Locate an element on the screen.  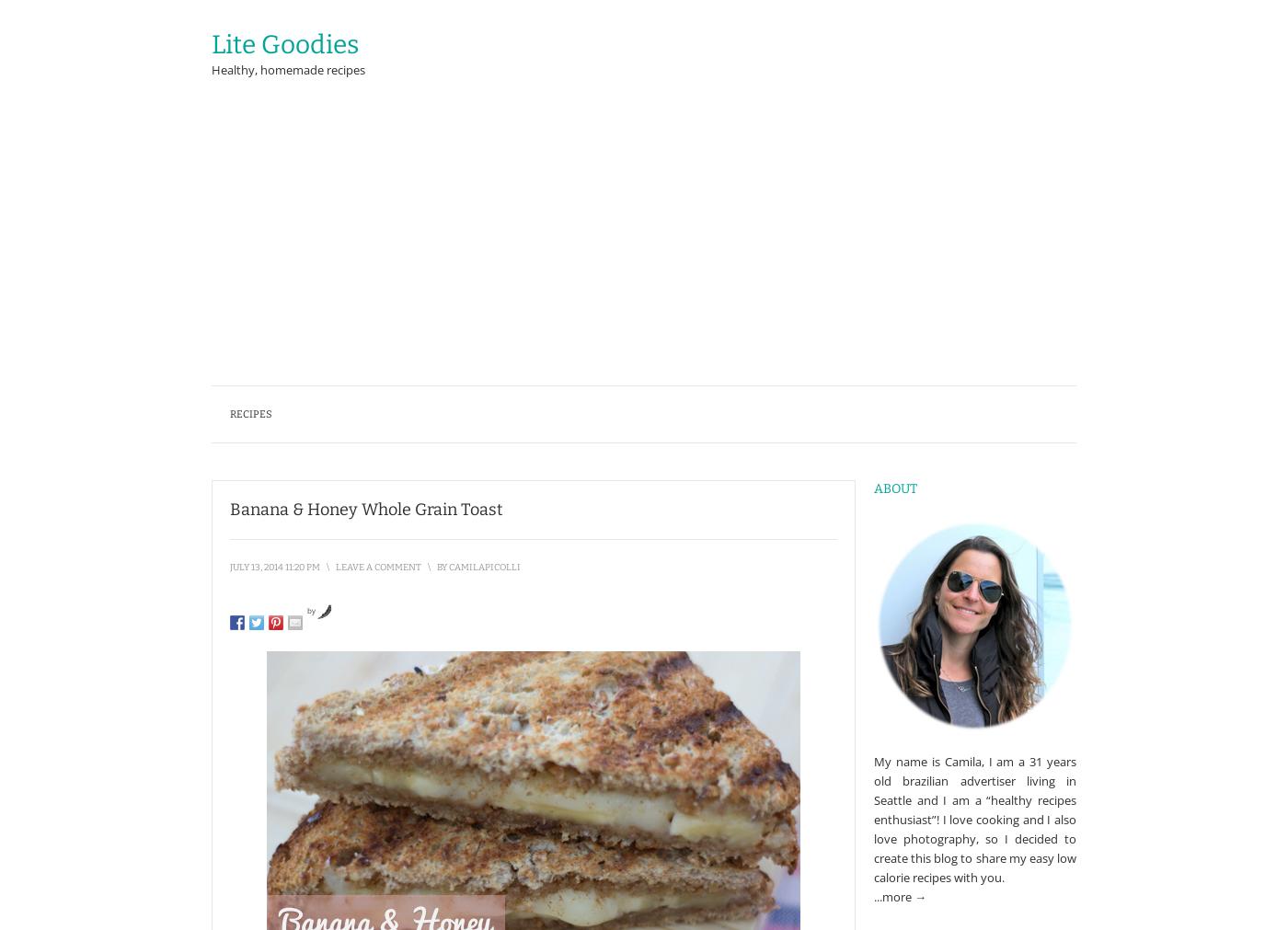
'Healthy, homemade recipes' is located at coordinates (288, 69).